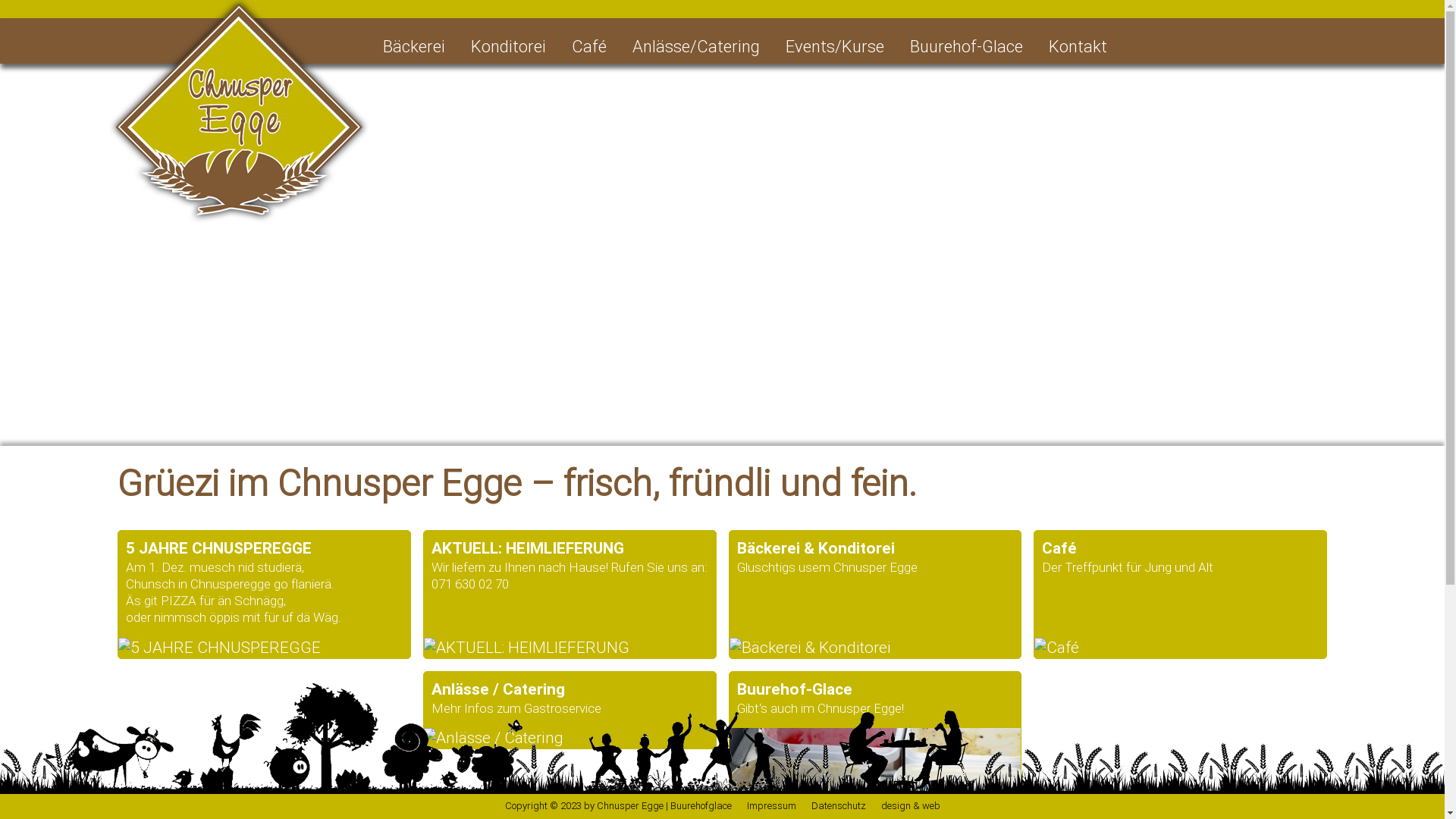 The width and height of the screenshot is (1456, 819). Describe the element at coordinates (910, 805) in the screenshot. I see `'design & web'` at that location.